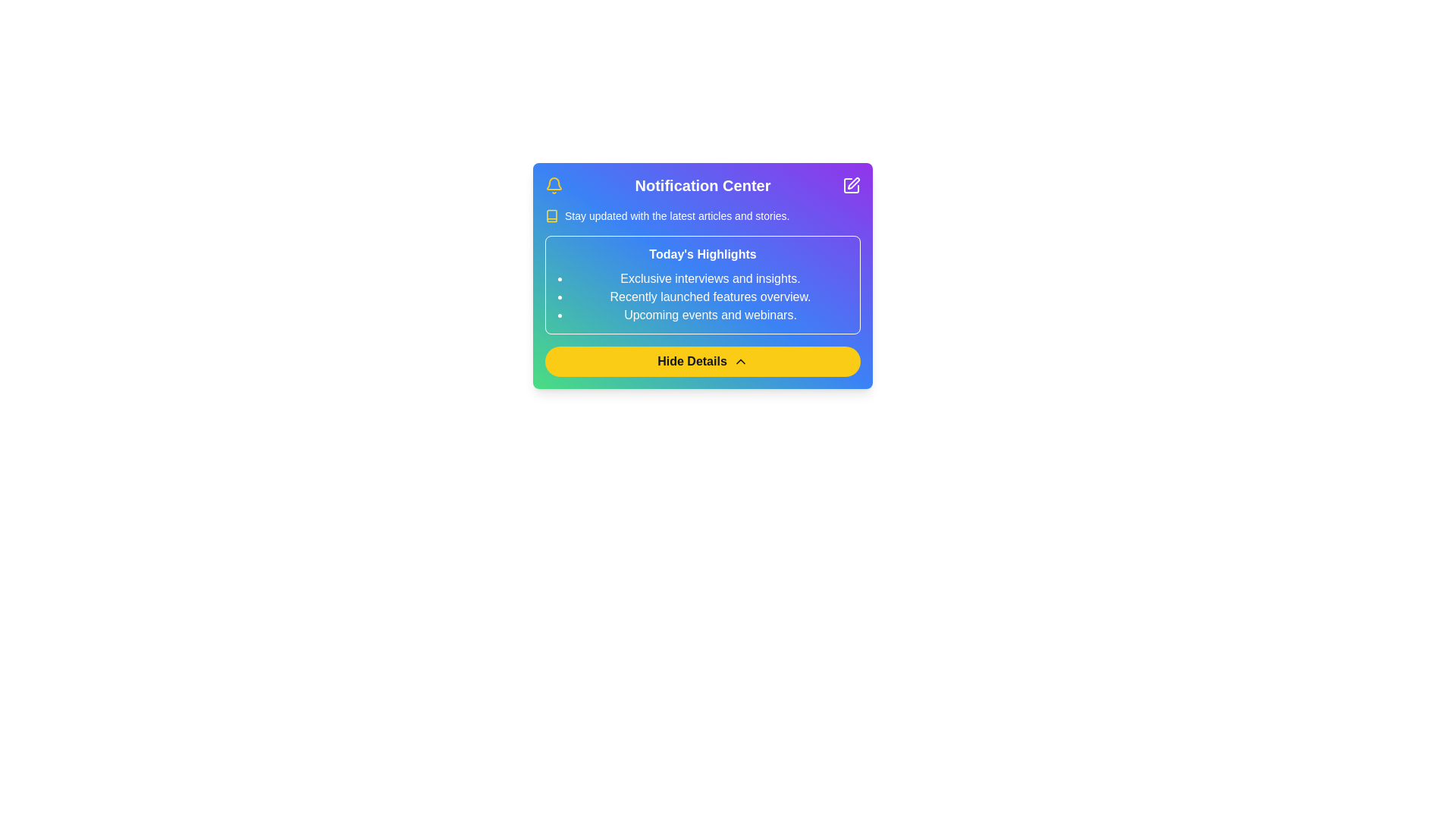 The width and height of the screenshot is (1456, 819). What do you see at coordinates (709, 297) in the screenshot?
I see `the second item in the vertical bullet-point list that displays a summary of recently launched features, located within the 'Today's Highlights' notification panel` at bounding box center [709, 297].